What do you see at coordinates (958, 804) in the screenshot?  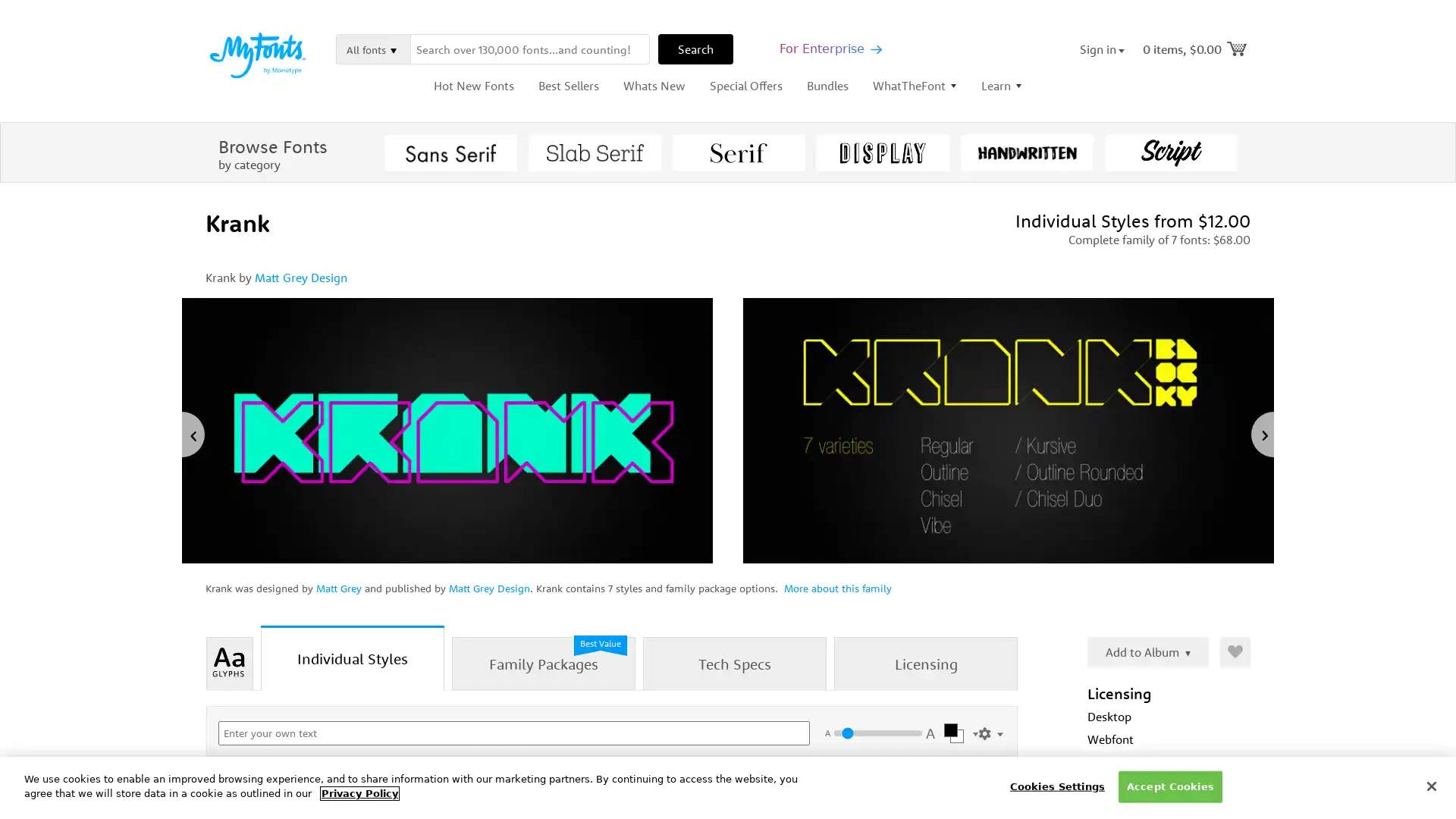 I see `Buying Choices` at bounding box center [958, 804].